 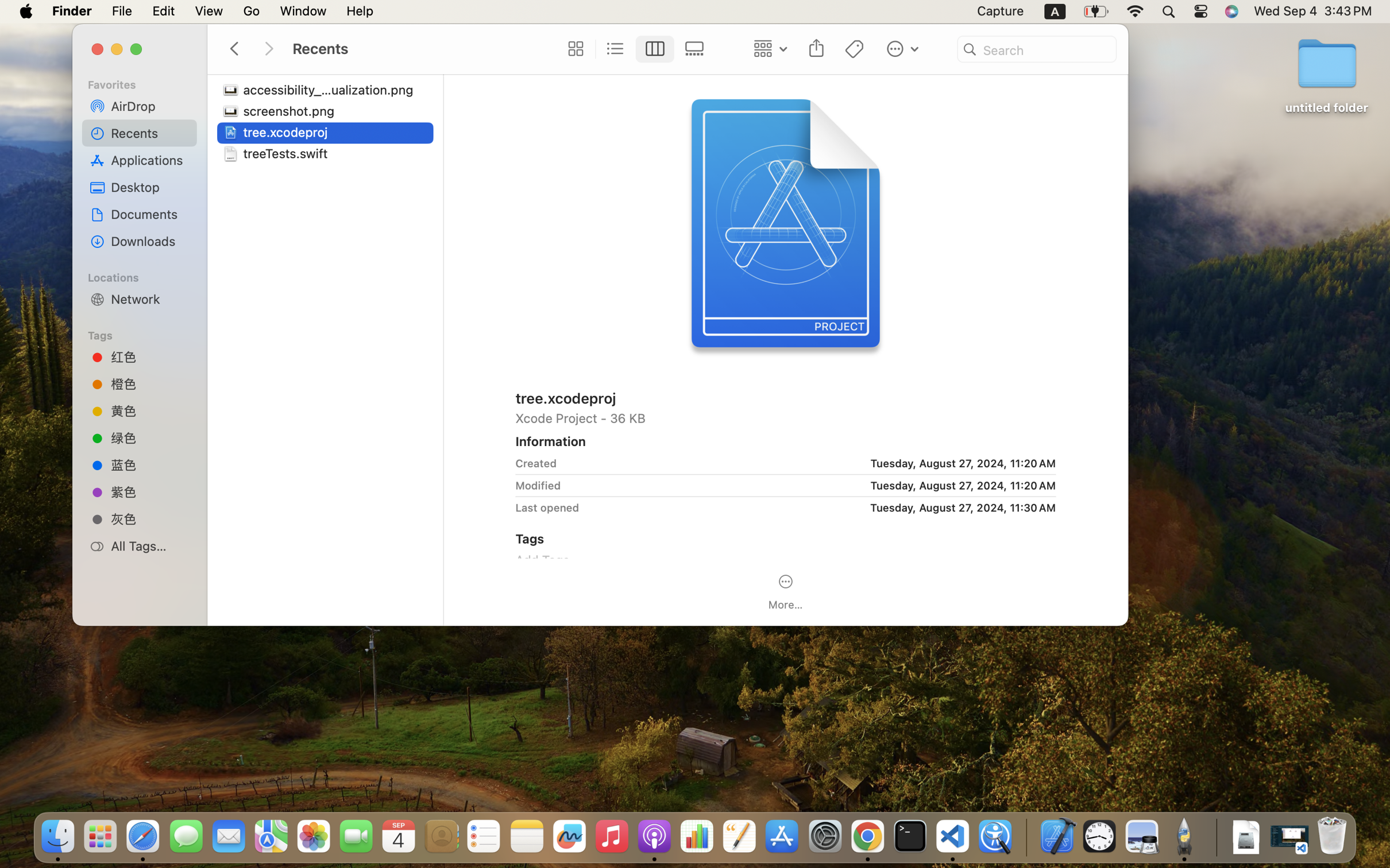 I want to click on '绿色', so click(x=149, y=437).